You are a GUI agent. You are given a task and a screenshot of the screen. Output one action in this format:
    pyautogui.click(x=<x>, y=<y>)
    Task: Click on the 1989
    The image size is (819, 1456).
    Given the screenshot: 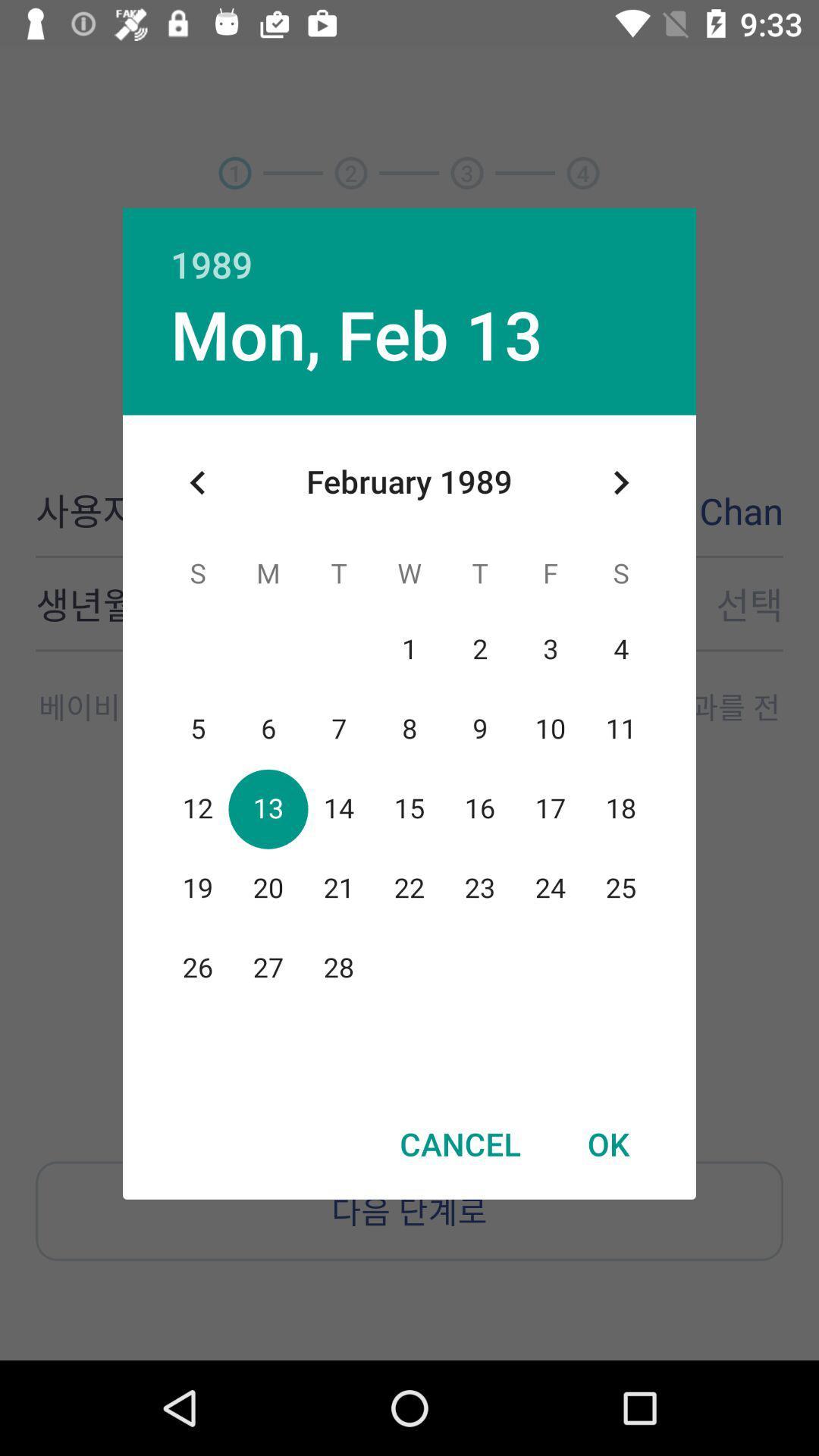 What is the action you would take?
    pyautogui.click(x=409, y=248)
    